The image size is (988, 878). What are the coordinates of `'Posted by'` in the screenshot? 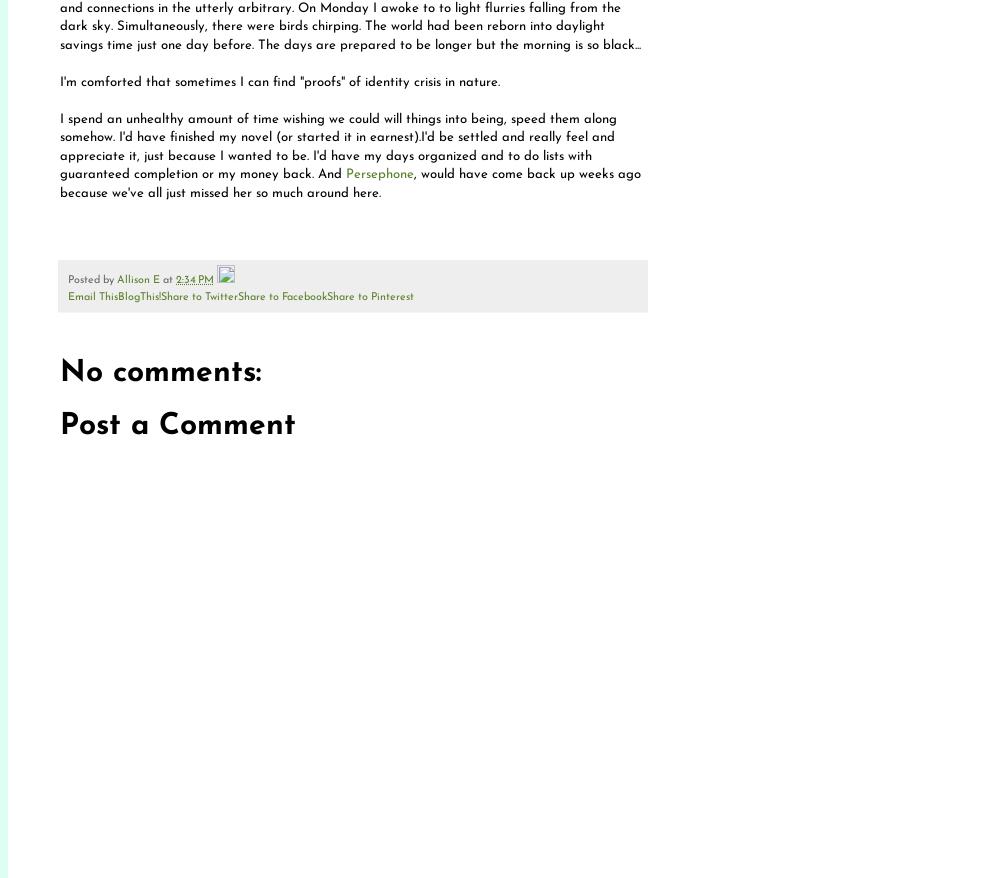 It's located at (92, 279).